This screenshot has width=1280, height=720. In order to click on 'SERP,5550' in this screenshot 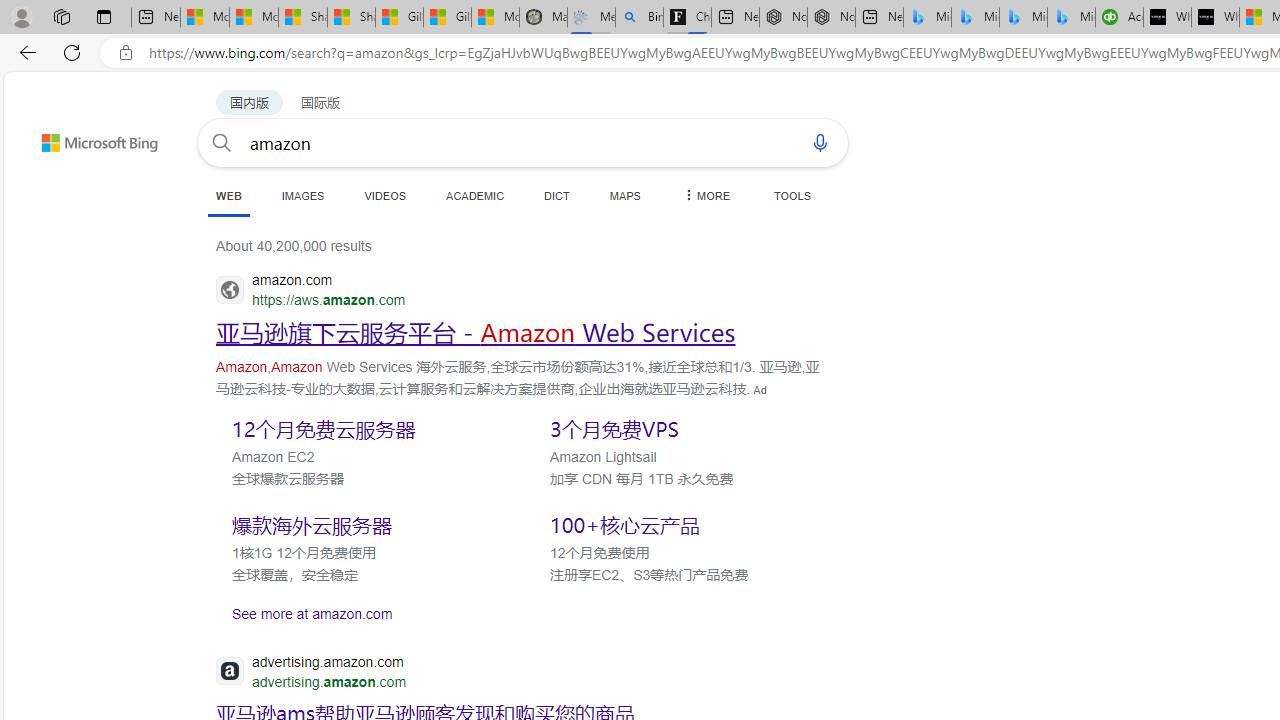, I will do `click(365, 427)`.